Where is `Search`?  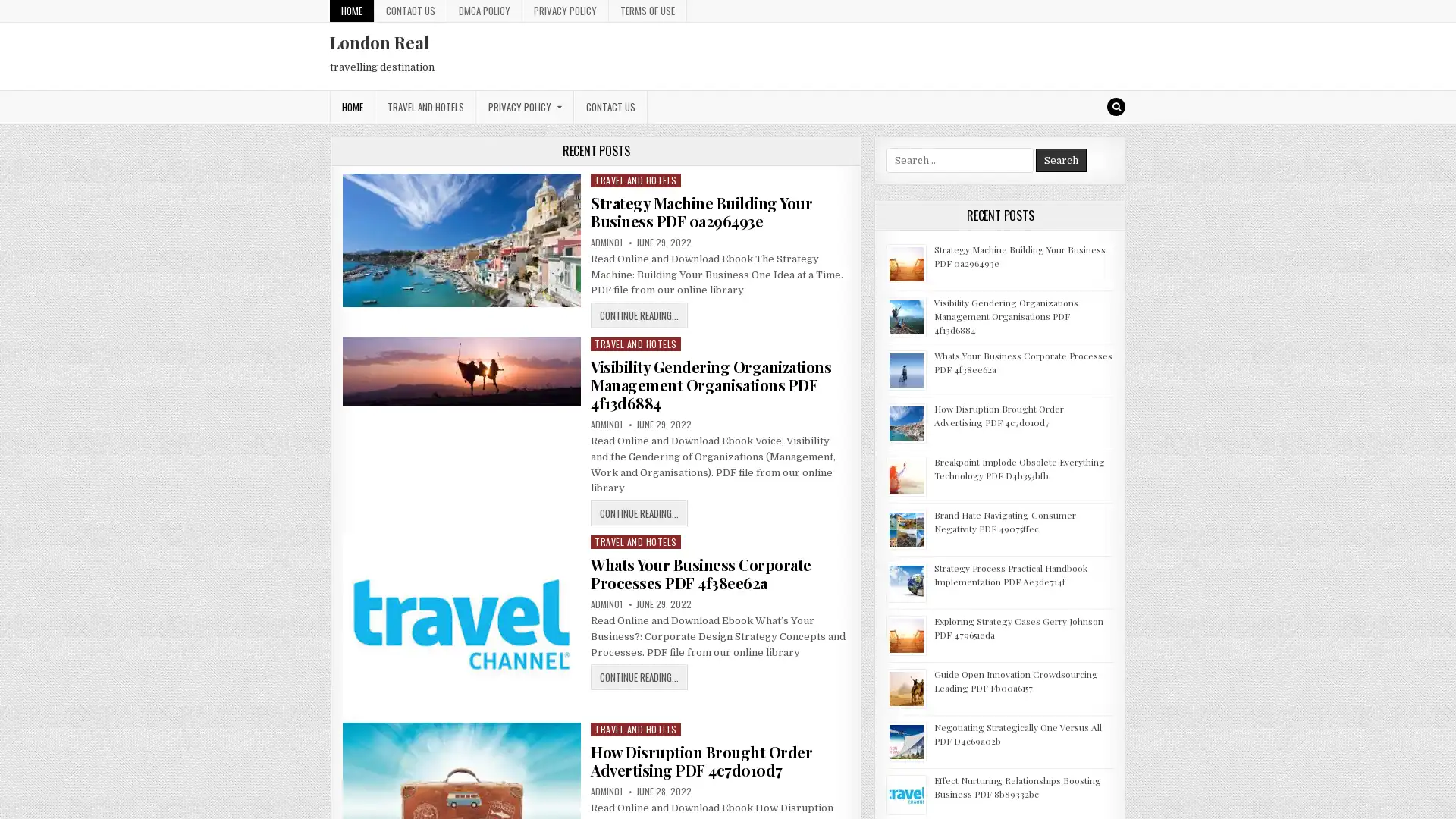 Search is located at coordinates (1060, 160).